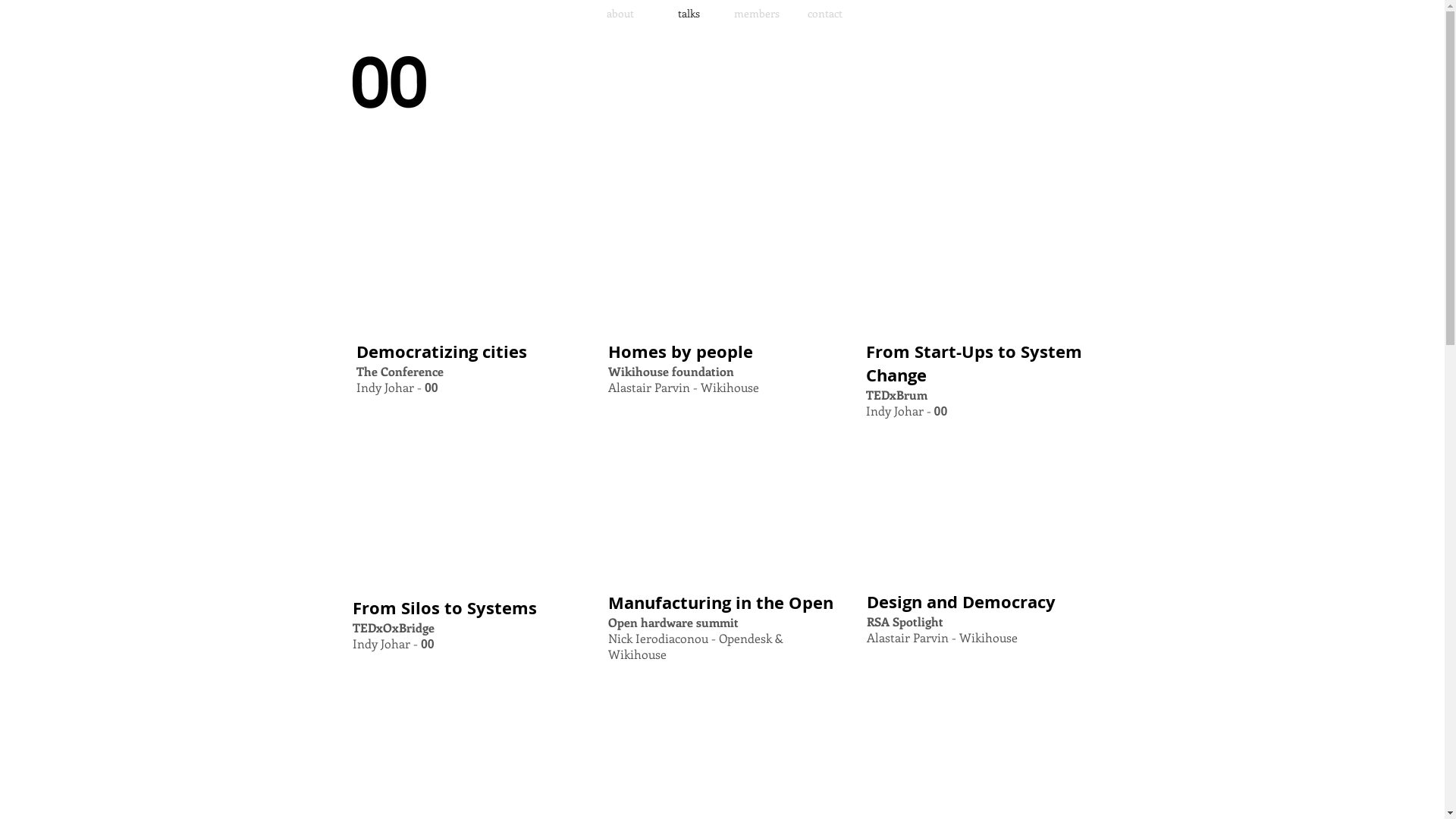 The image size is (1456, 819). Describe the element at coordinates (722, 14) in the screenshot. I see `'members'` at that location.